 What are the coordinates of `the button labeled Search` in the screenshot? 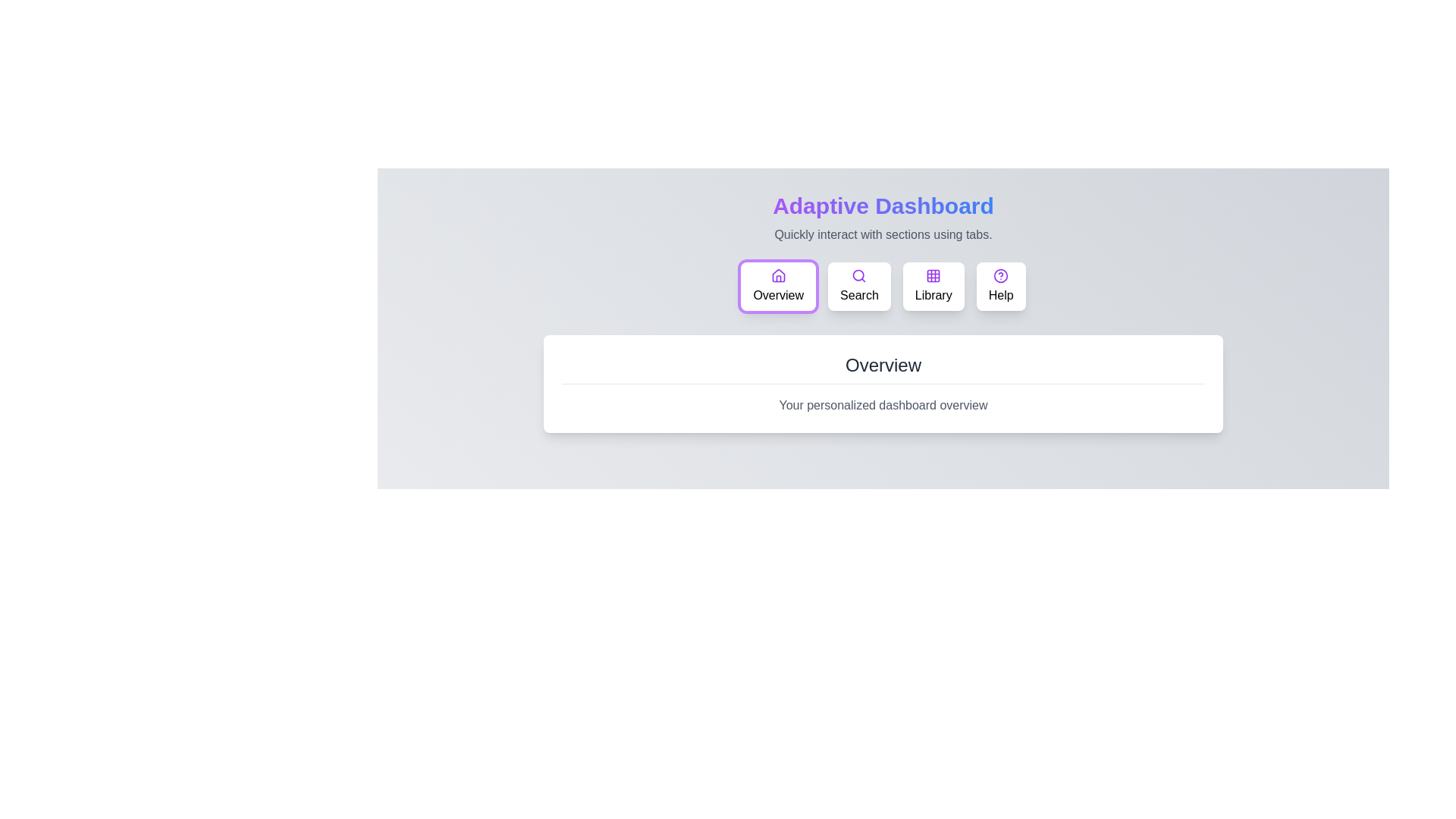 It's located at (858, 287).